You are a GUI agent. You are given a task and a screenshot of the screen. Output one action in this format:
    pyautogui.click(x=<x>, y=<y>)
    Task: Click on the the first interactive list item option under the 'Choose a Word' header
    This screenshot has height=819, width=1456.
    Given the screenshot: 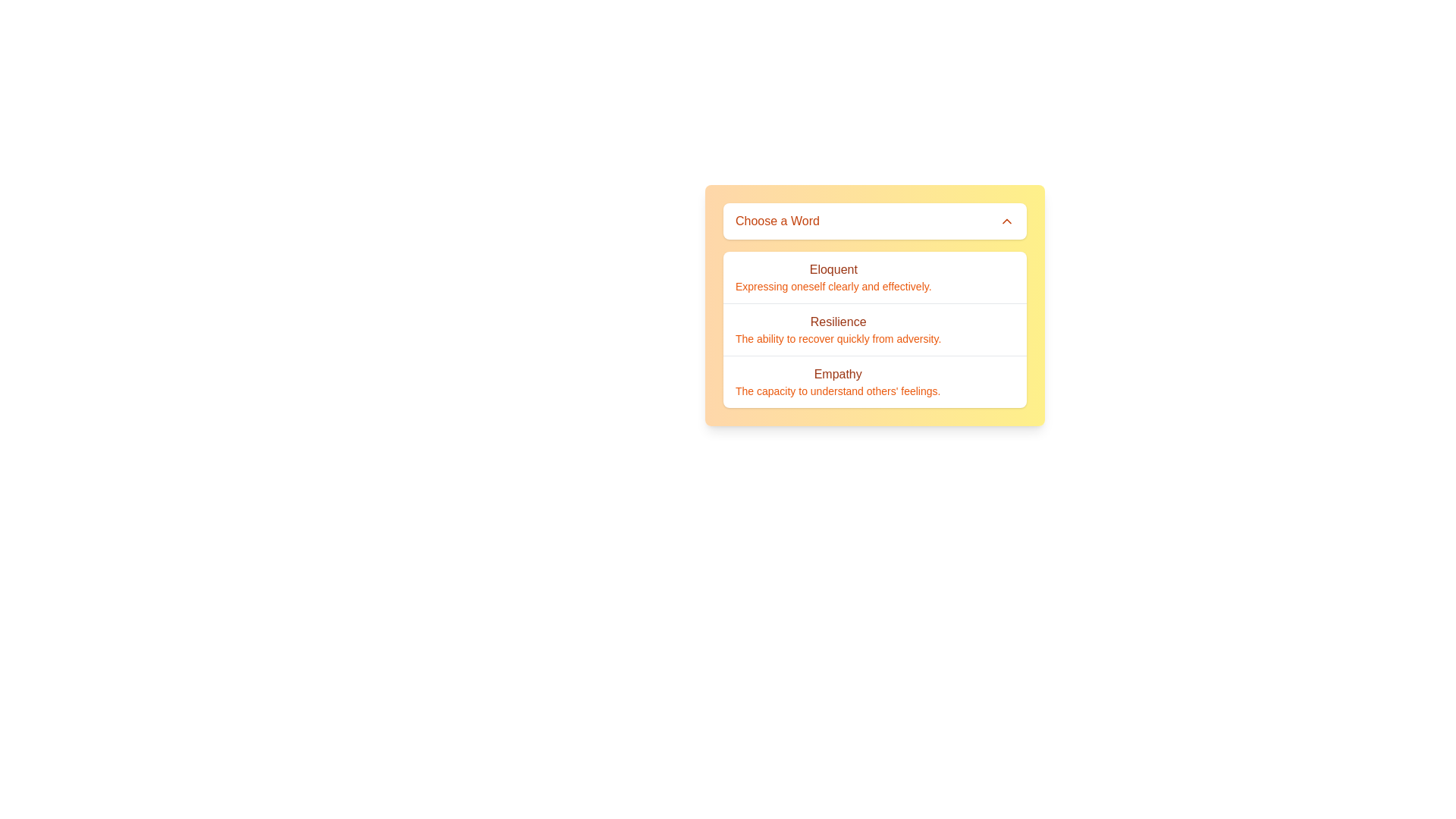 What is the action you would take?
    pyautogui.click(x=874, y=278)
    